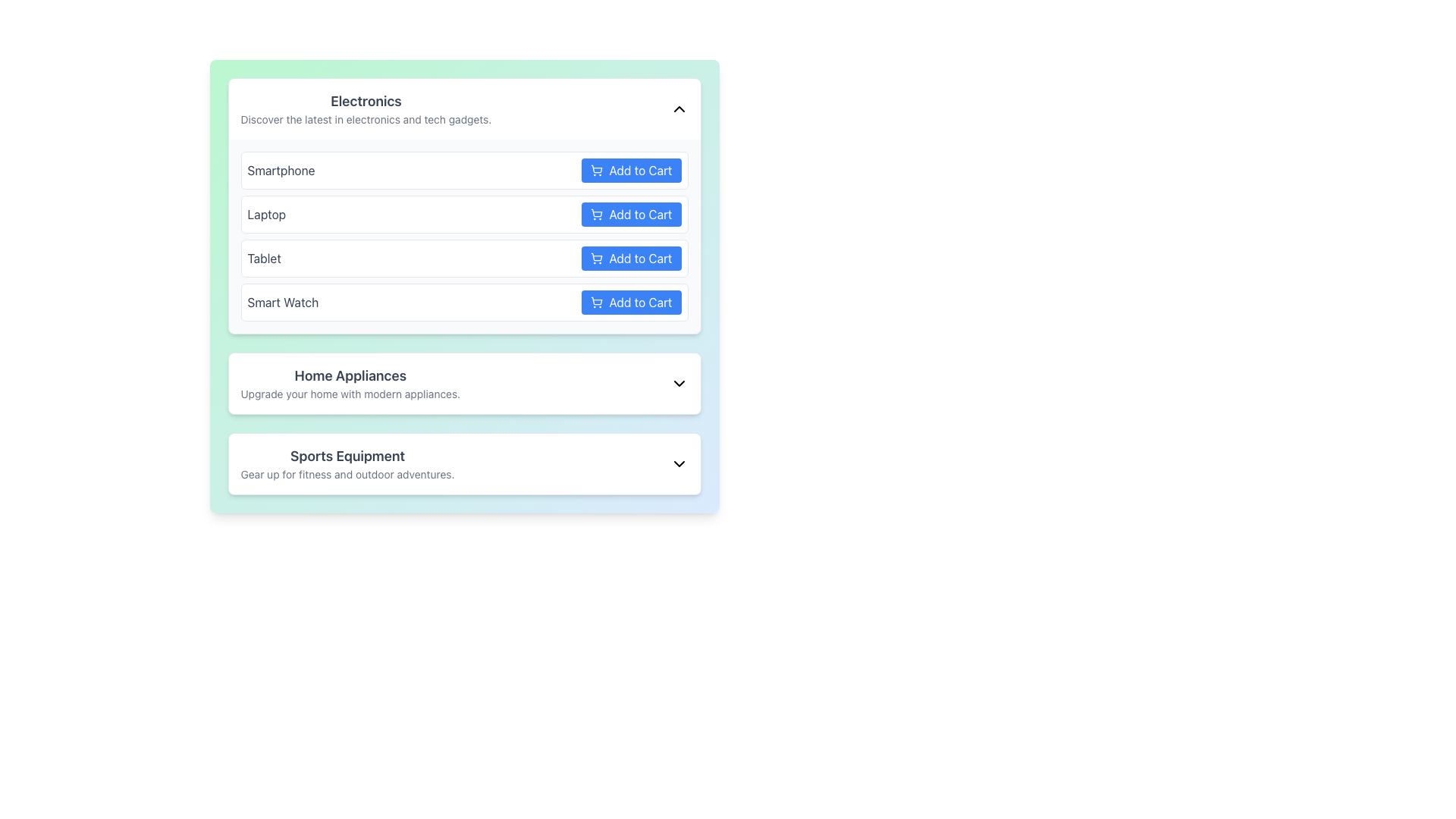 This screenshot has height=819, width=1456. What do you see at coordinates (463, 108) in the screenshot?
I see `the 'Electronics' text label with a toggle icon` at bounding box center [463, 108].